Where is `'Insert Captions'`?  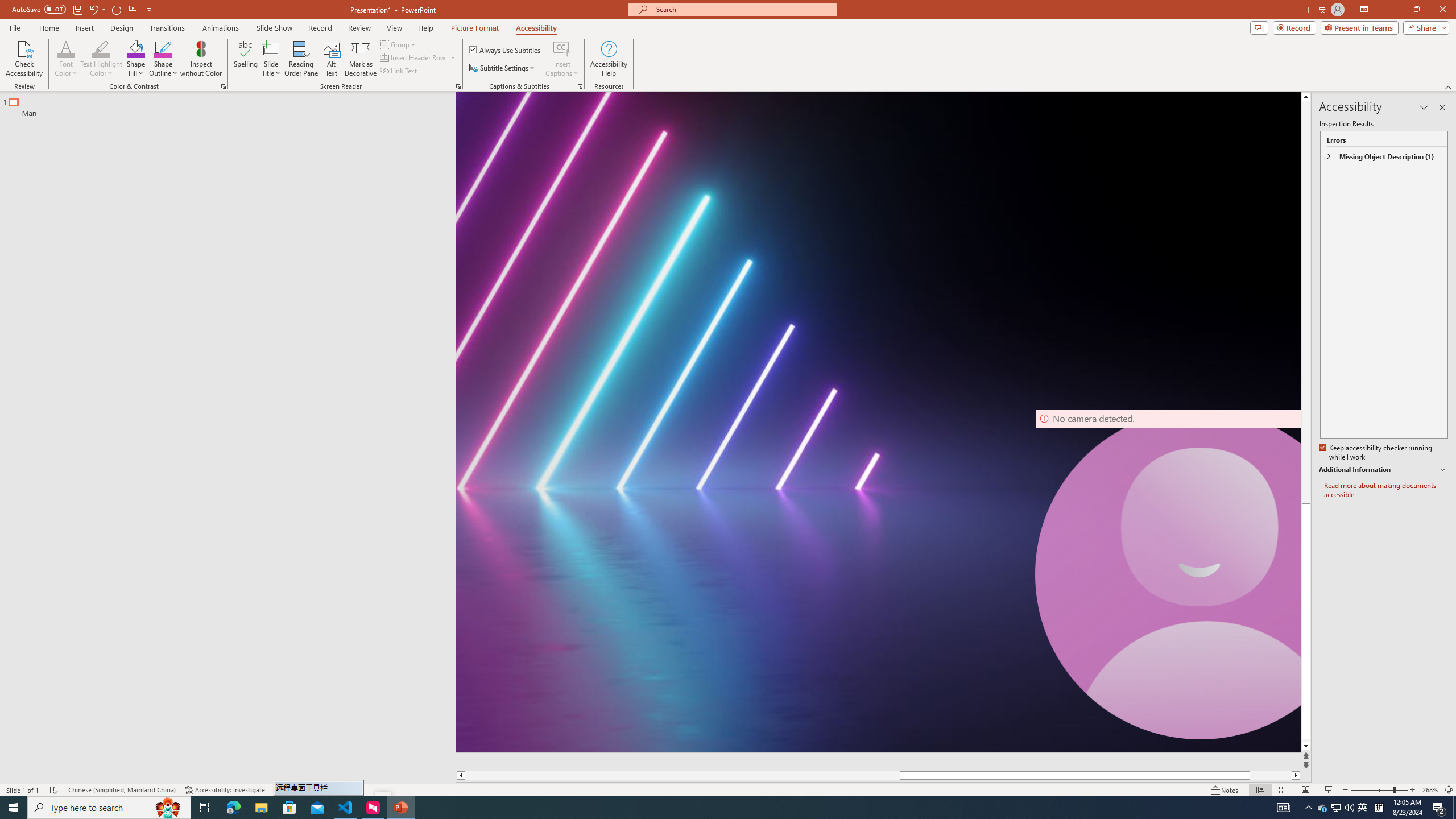
'Insert Captions' is located at coordinates (561, 59).